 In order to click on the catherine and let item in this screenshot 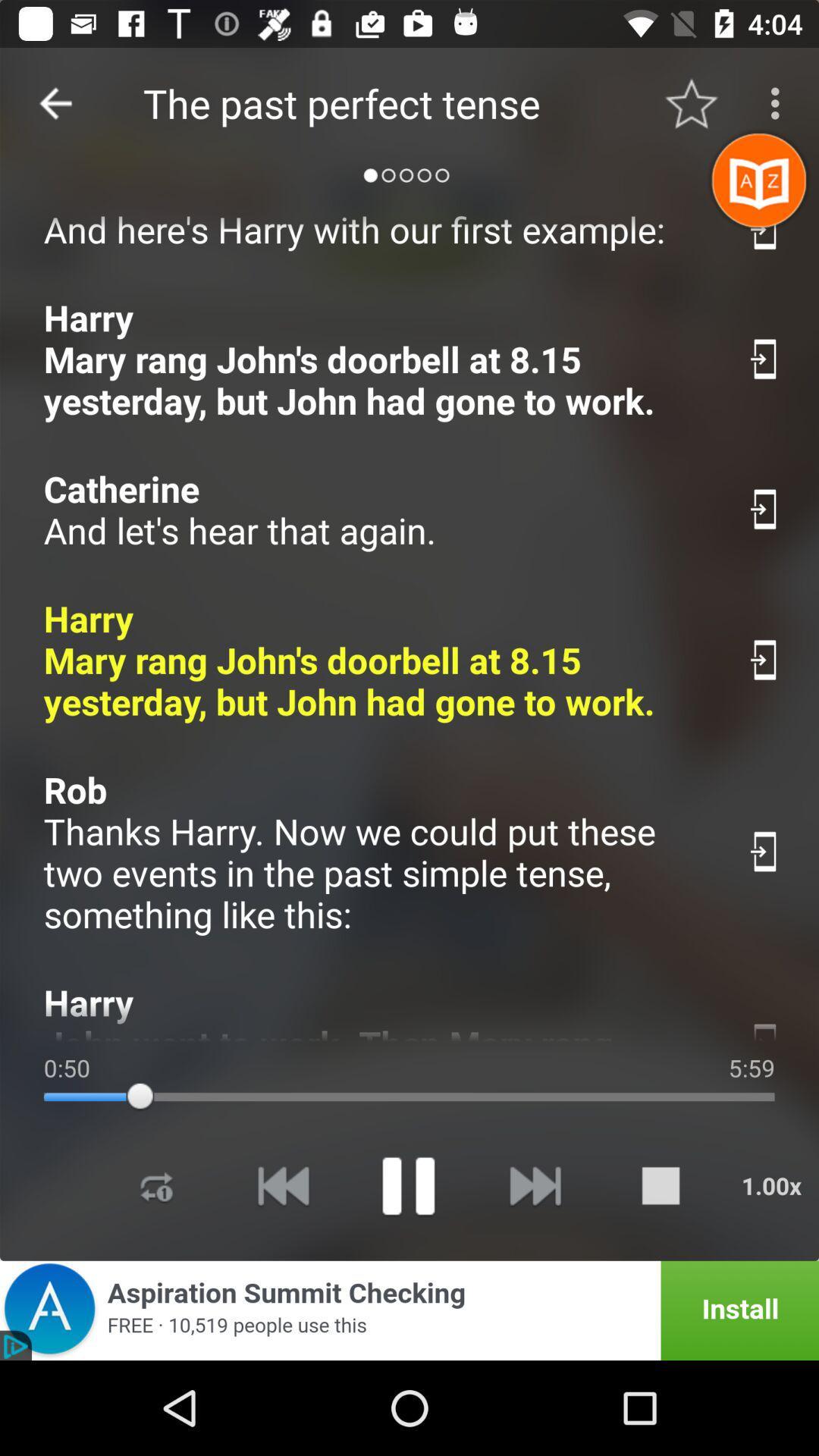, I will do `click(378, 510)`.